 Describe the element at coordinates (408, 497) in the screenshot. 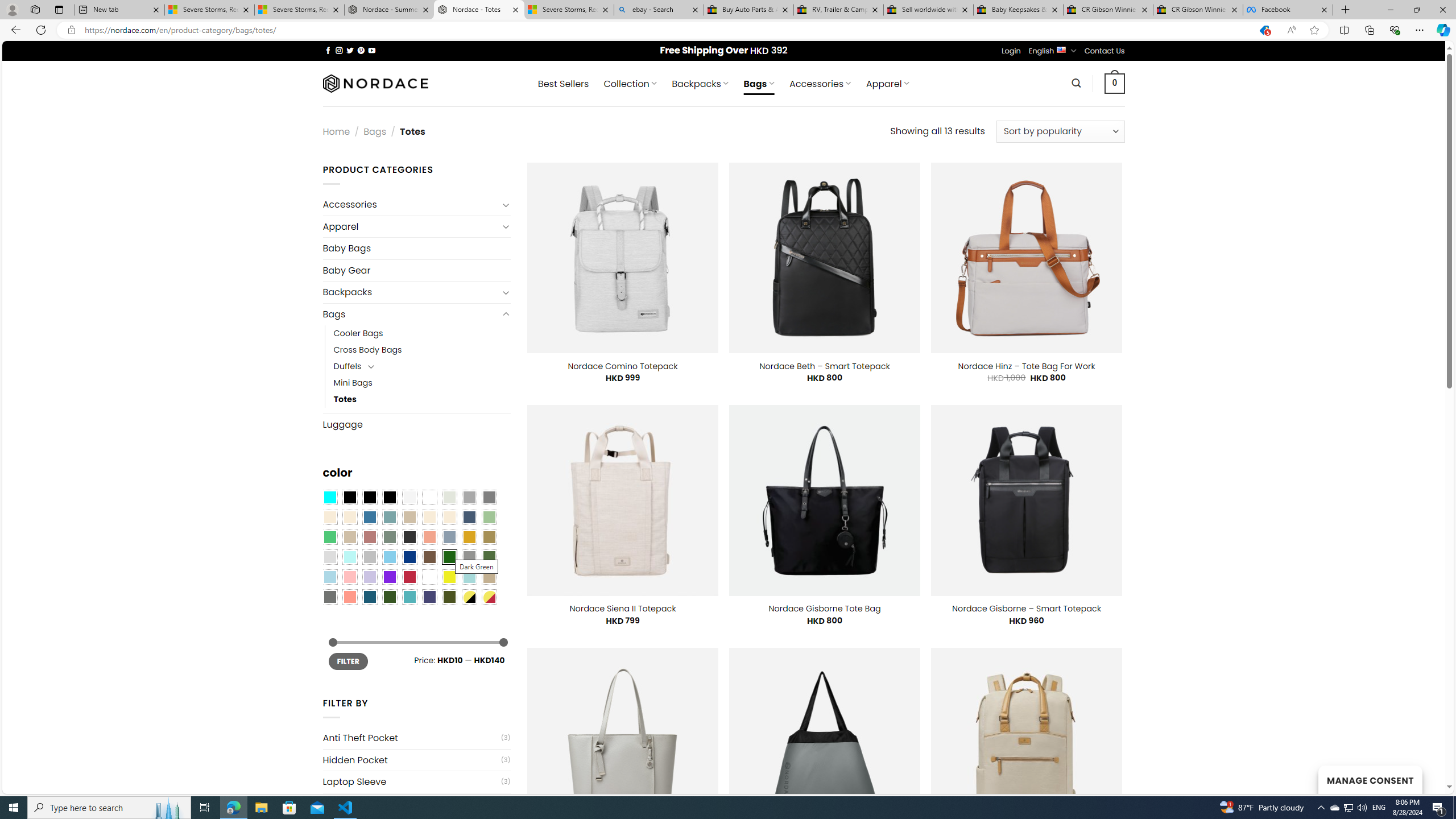

I see `'Pearly White'` at that location.